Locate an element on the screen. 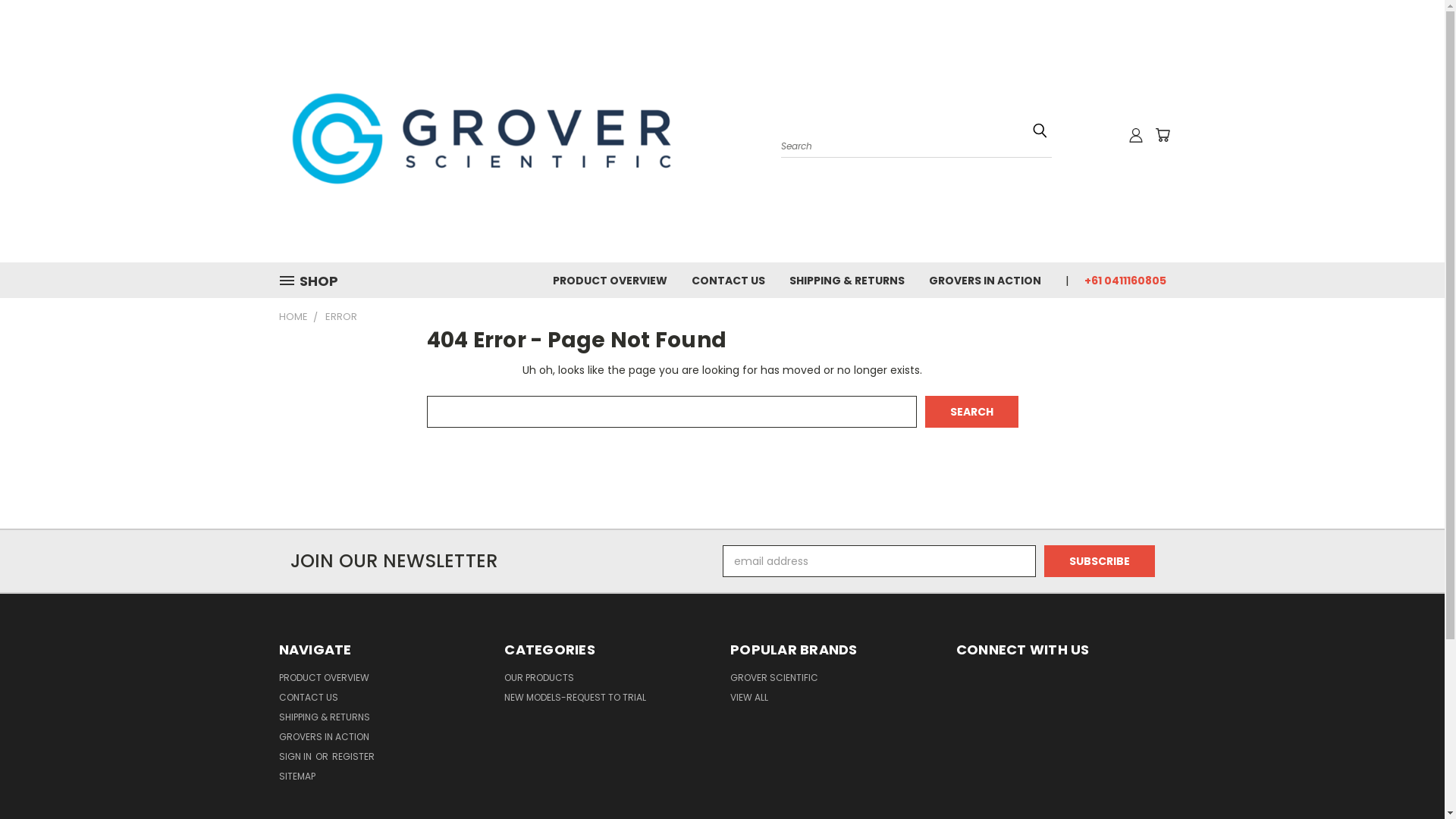 The image size is (1456, 819). 'SIGN IN' is located at coordinates (296, 759).